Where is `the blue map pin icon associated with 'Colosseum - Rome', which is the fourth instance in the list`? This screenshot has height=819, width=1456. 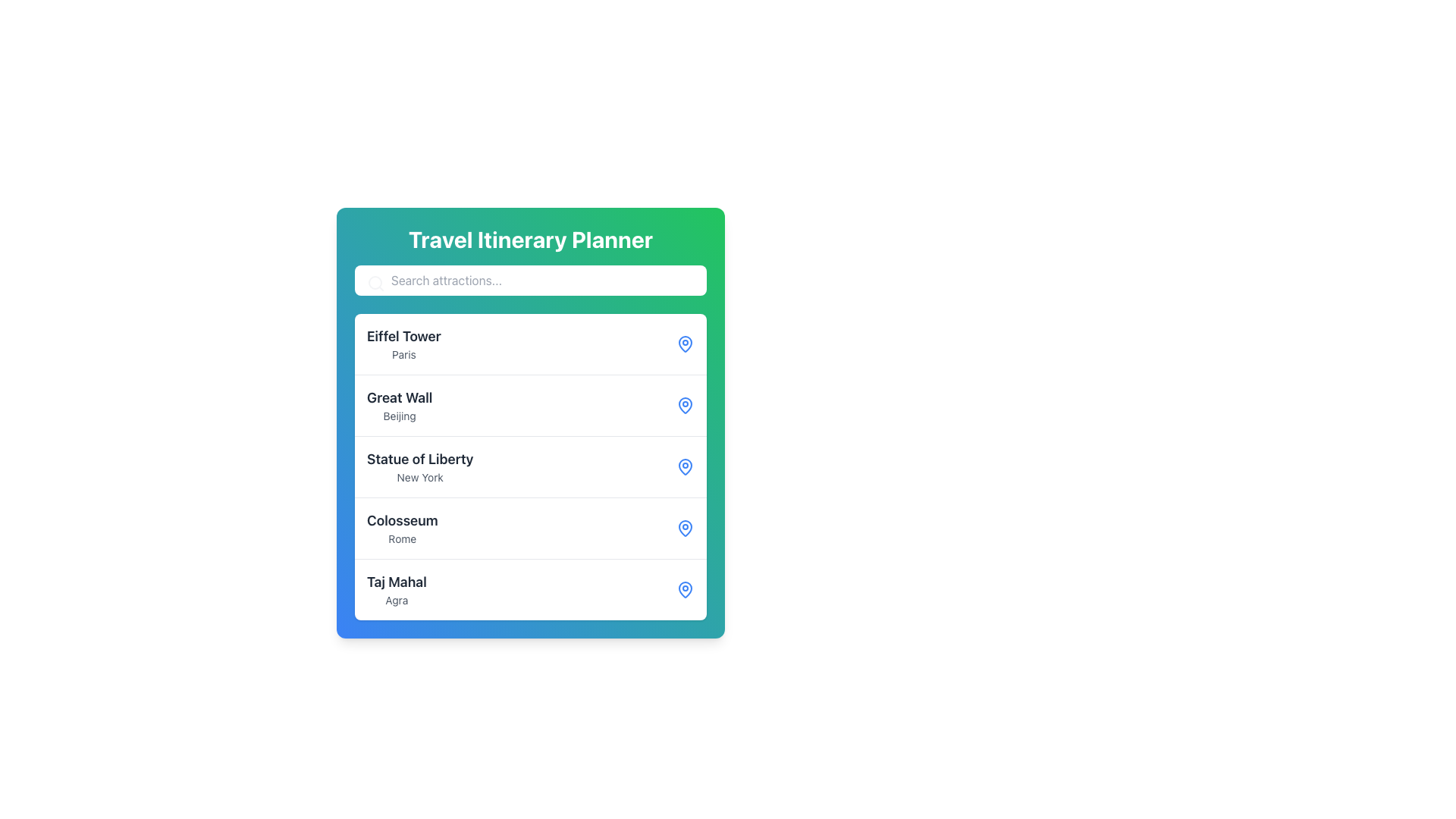 the blue map pin icon associated with 'Colosseum - Rome', which is the fourth instance in the list is located at coordinates (684, 528).